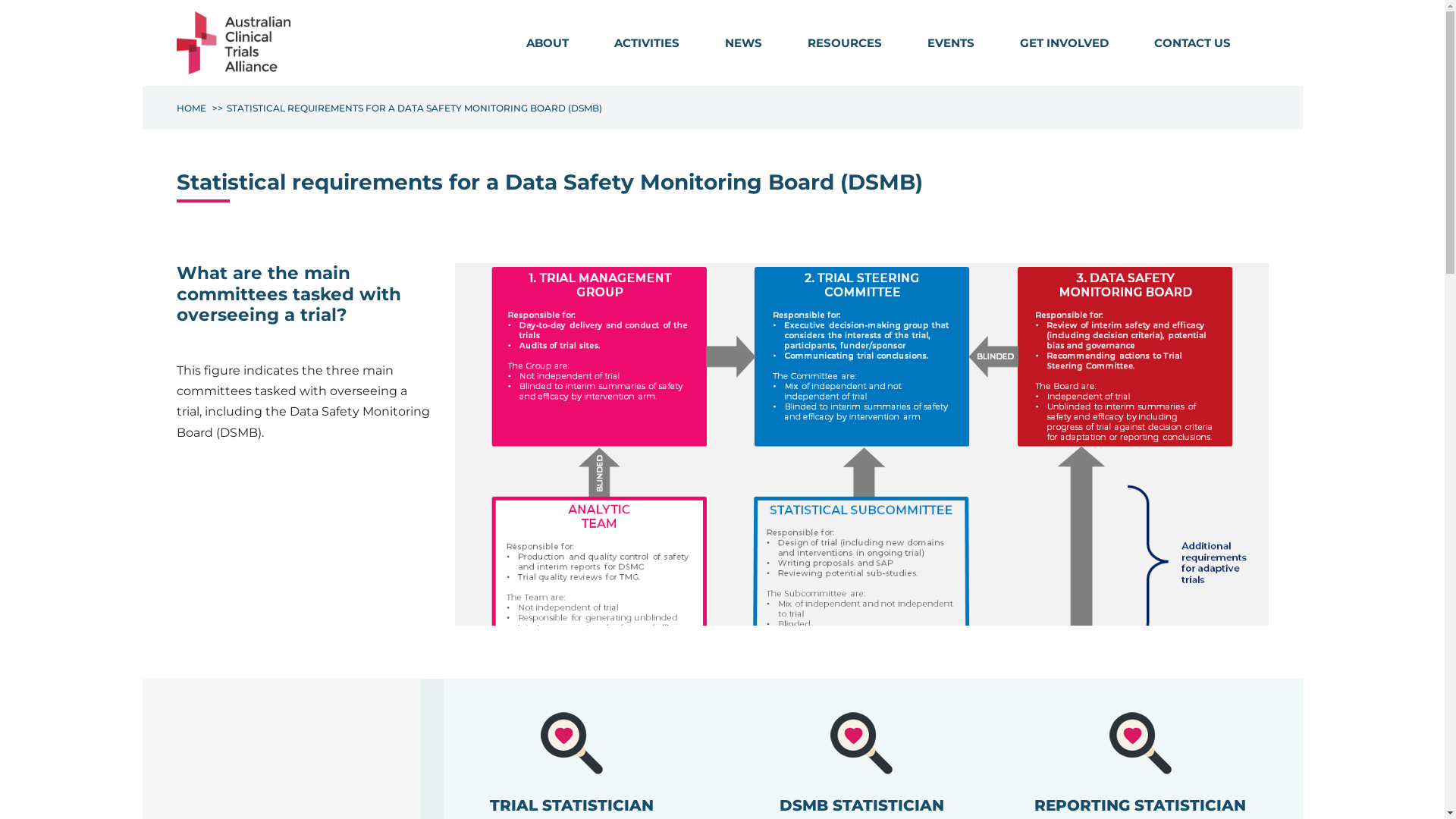  I want to click on 'CONTACT US', so click(1191, 42).